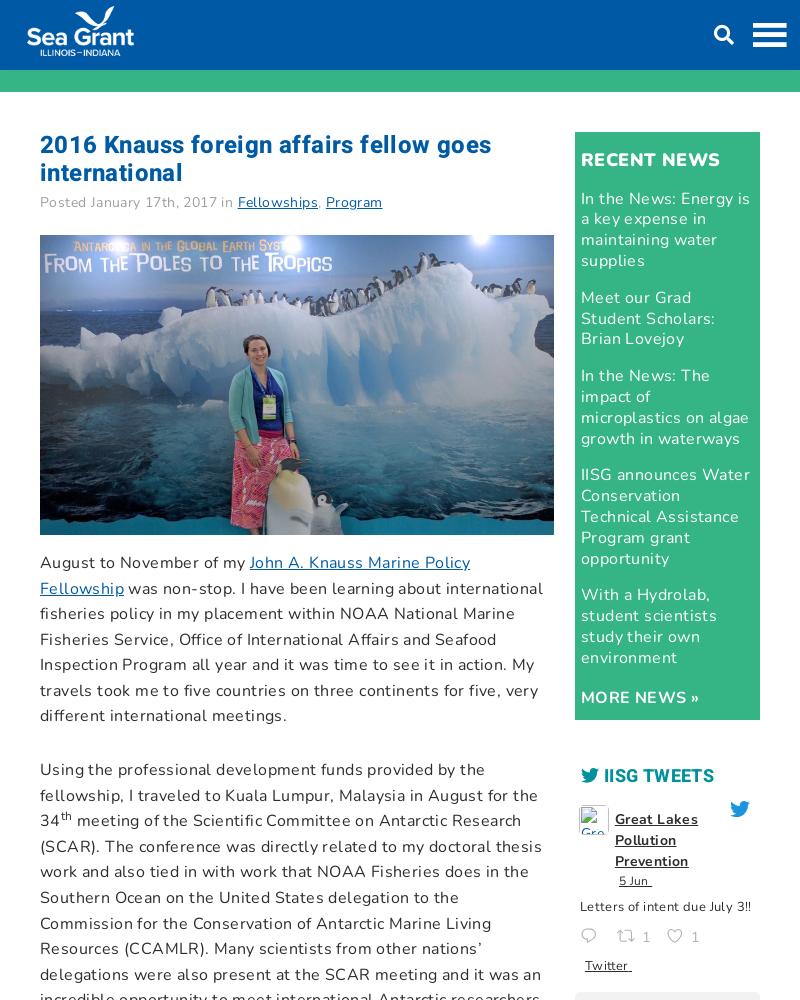 The image size is (800, 1000). What do you see at coordinates (579, 843) in the screenshot?
I see `';'` at bounding box center [579, 843].